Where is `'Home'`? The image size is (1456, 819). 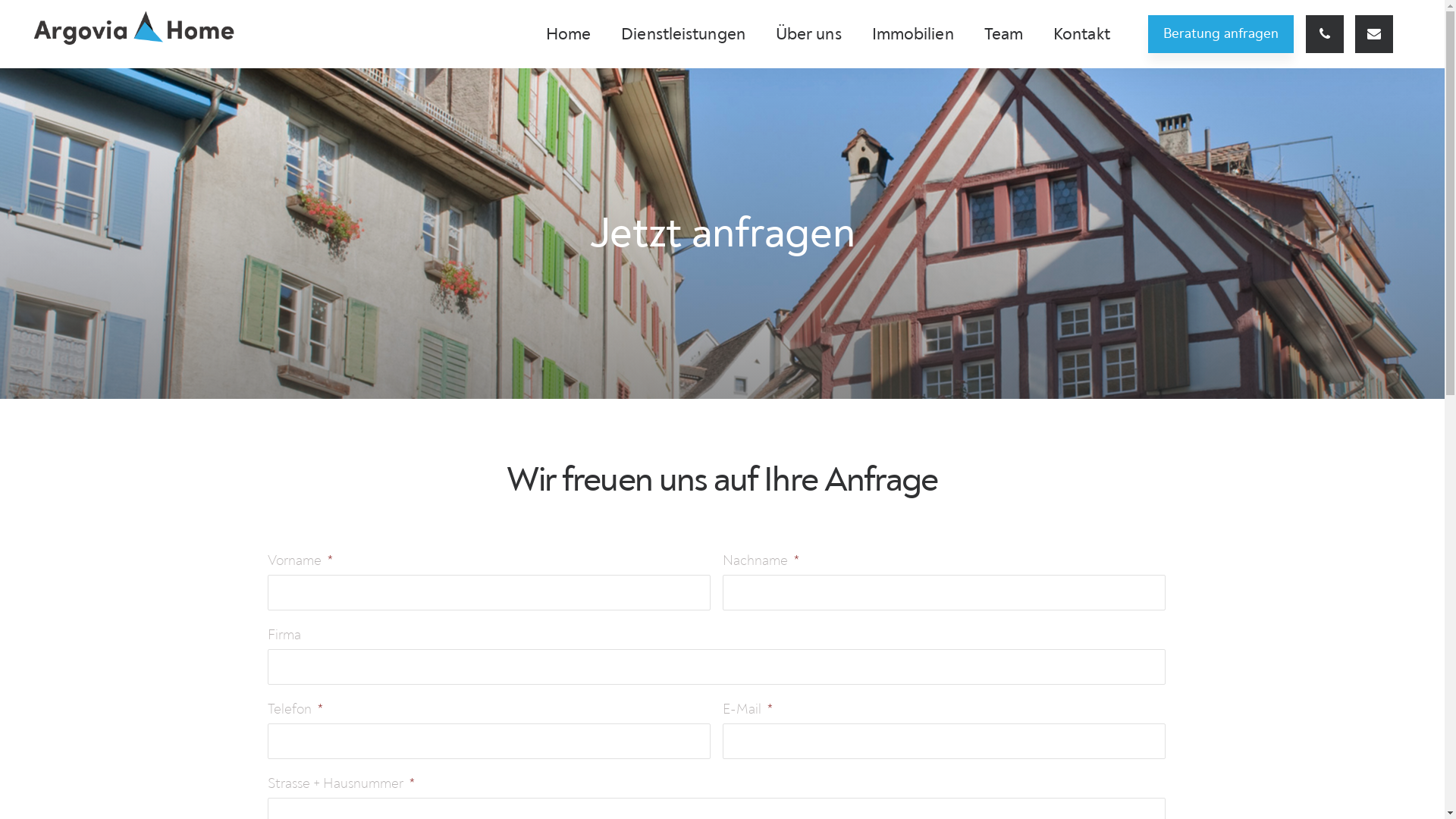
'Home' is located at coordinates (531, 34).